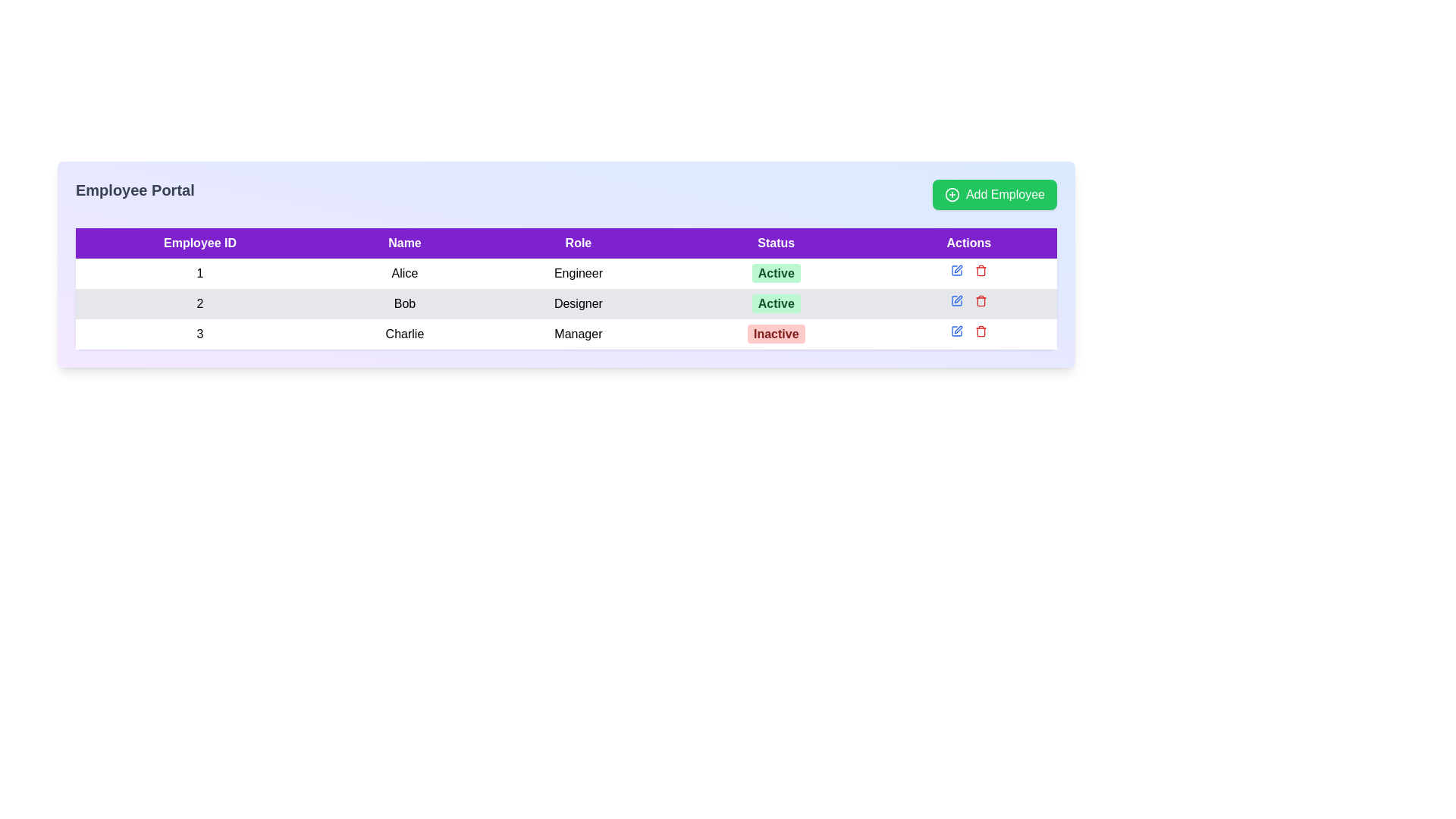  I want to click on the edit icon button located in the 'Actions' column of the row associated with 'Charlie', so click(955, 330).